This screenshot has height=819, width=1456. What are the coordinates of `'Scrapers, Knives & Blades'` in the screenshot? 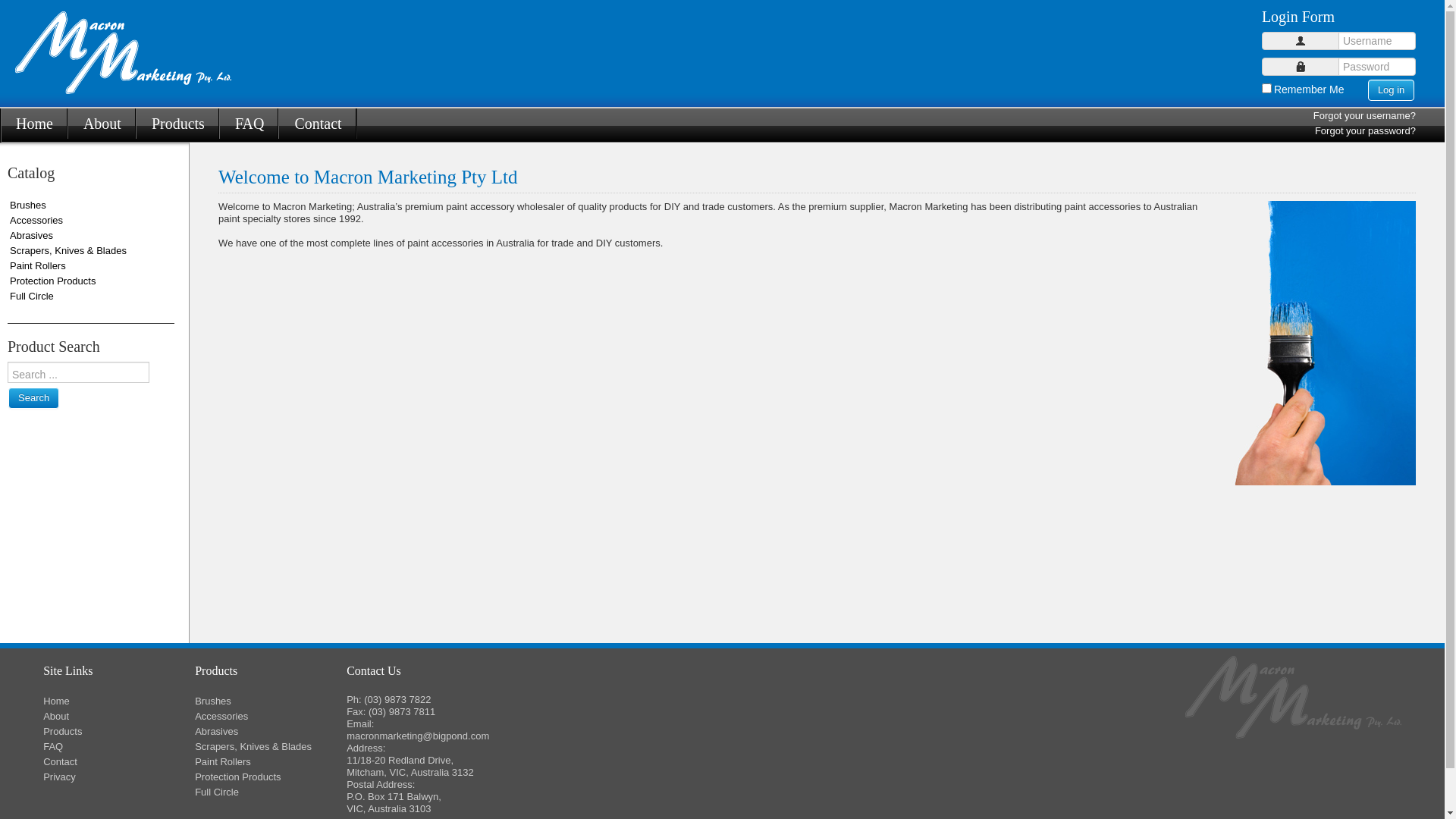 It's located at (270, 745).